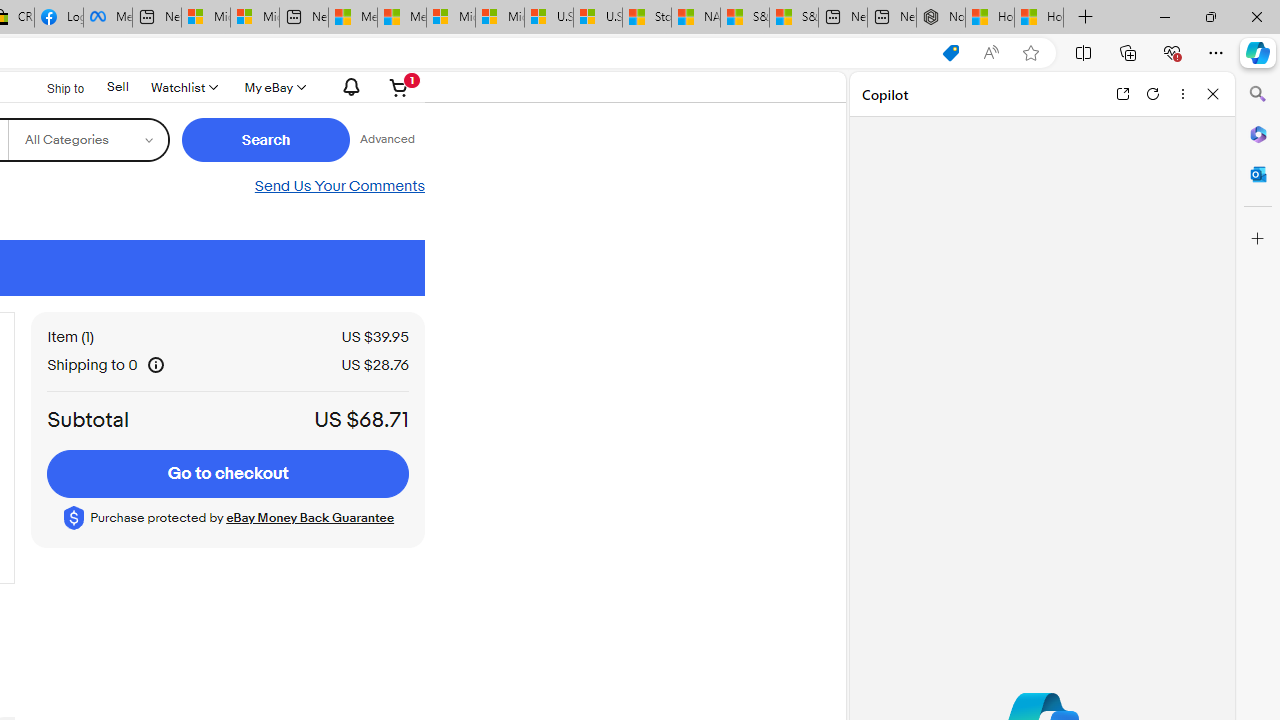 Image resolution: width=1280 pixels, height=720 pixels. I want to click on 'Watchlist', so click(183, 86).